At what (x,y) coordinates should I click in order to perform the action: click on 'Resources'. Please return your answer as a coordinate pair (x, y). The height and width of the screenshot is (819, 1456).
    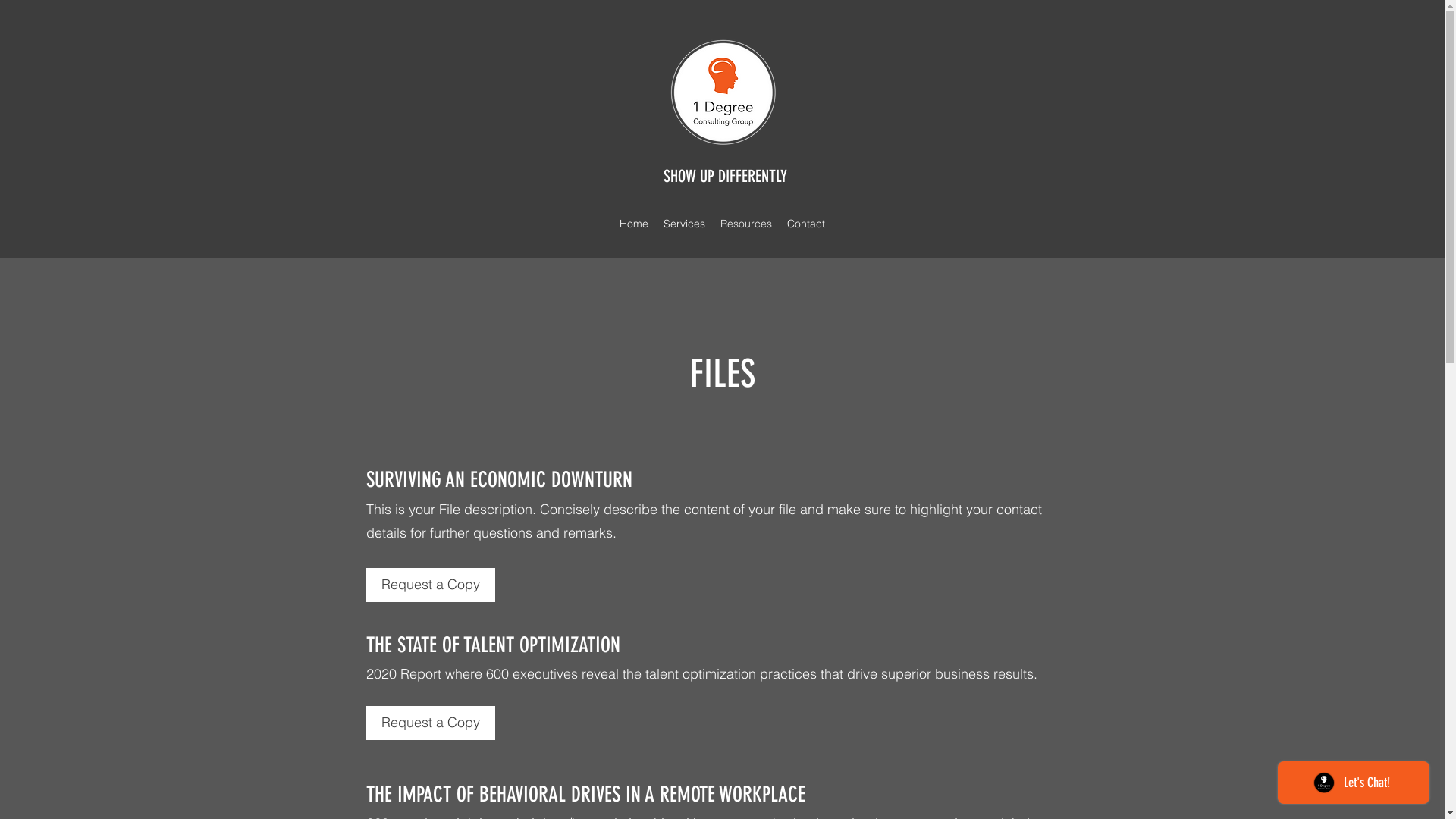
    Looking at the image, I should click on (745, 223).